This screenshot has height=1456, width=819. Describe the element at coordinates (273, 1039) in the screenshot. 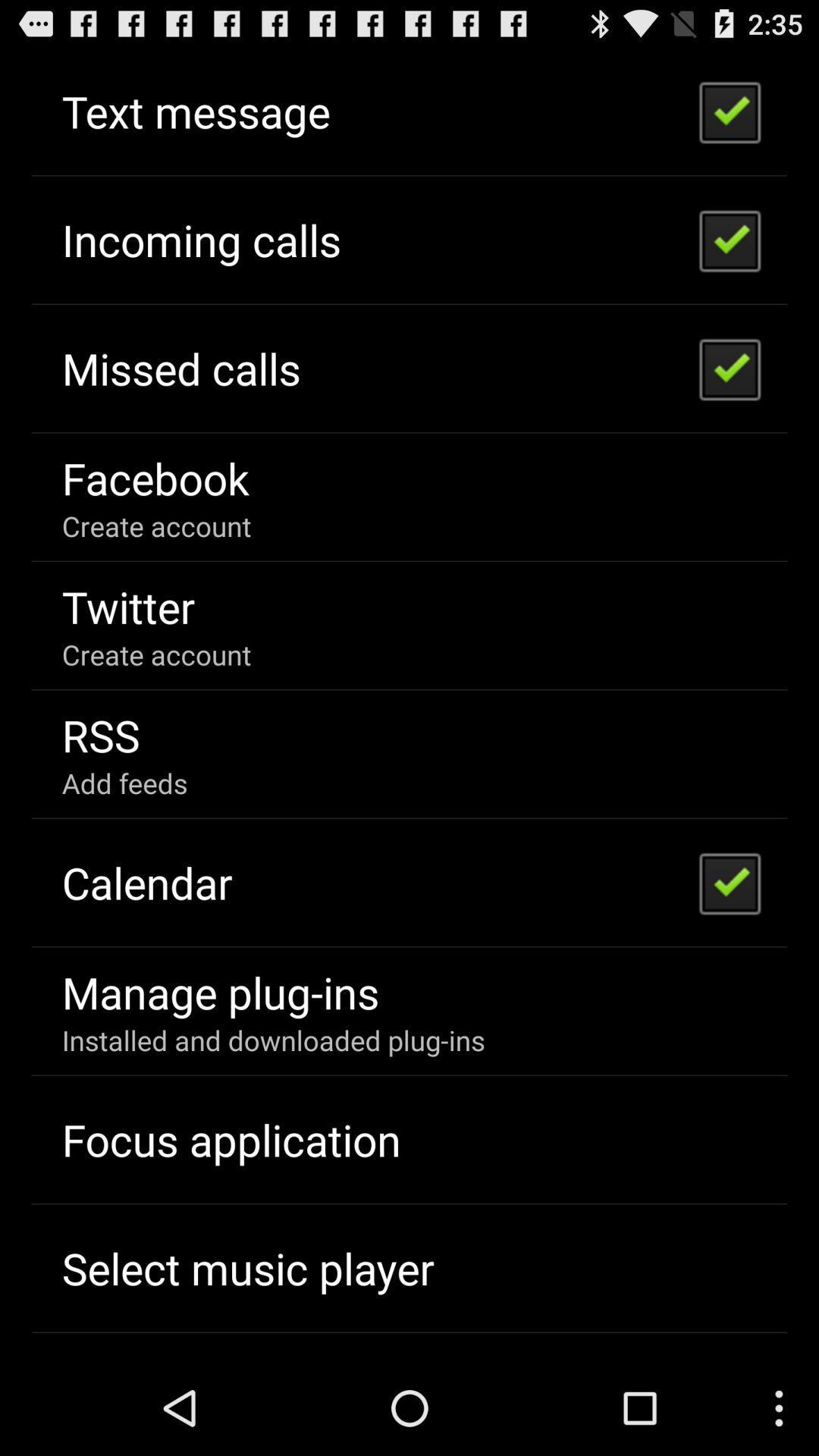

I see `the item at the bottom` at that location.